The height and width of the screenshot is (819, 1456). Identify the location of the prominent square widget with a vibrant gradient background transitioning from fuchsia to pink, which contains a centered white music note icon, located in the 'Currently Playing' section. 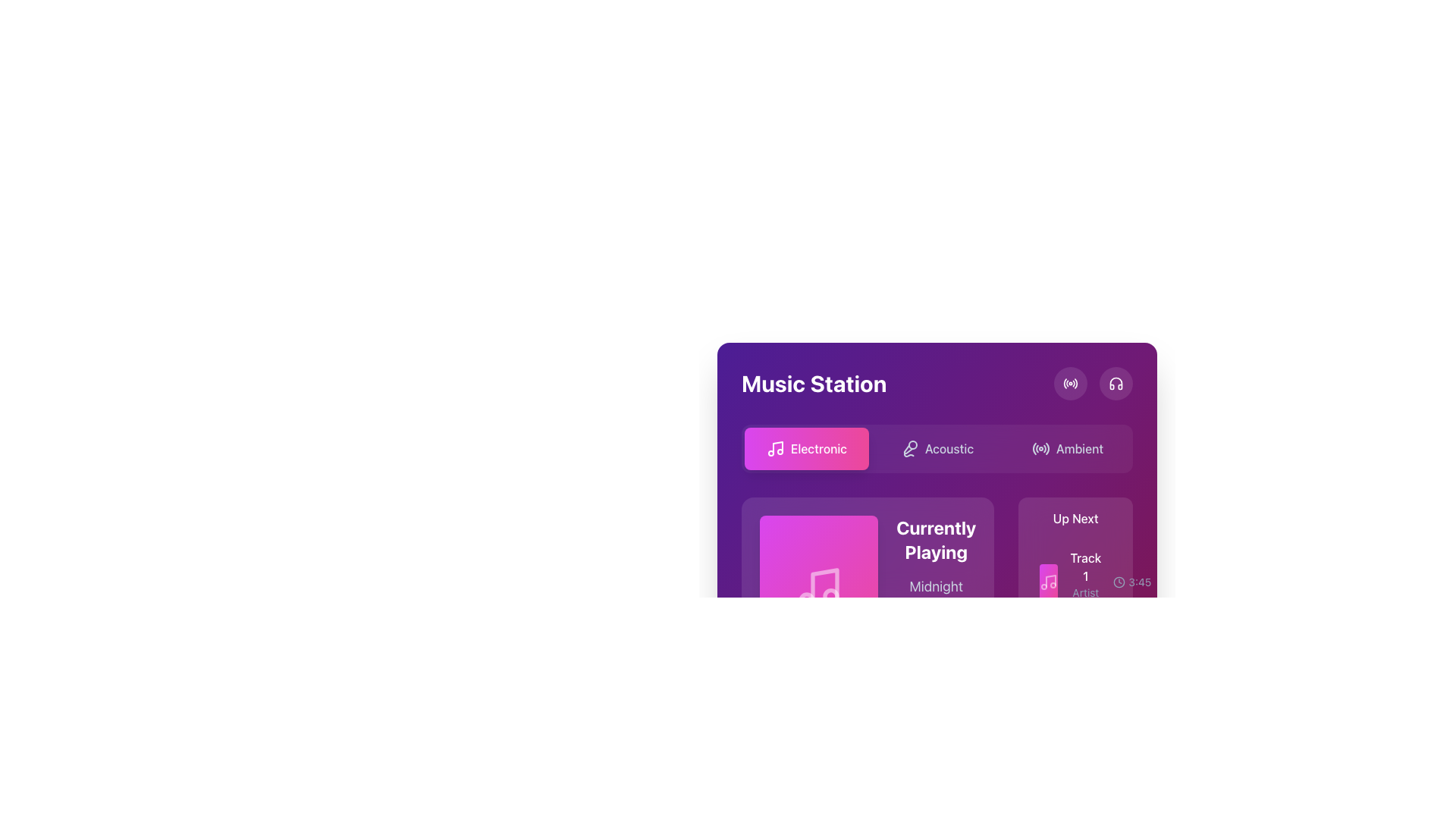
(818, 587).